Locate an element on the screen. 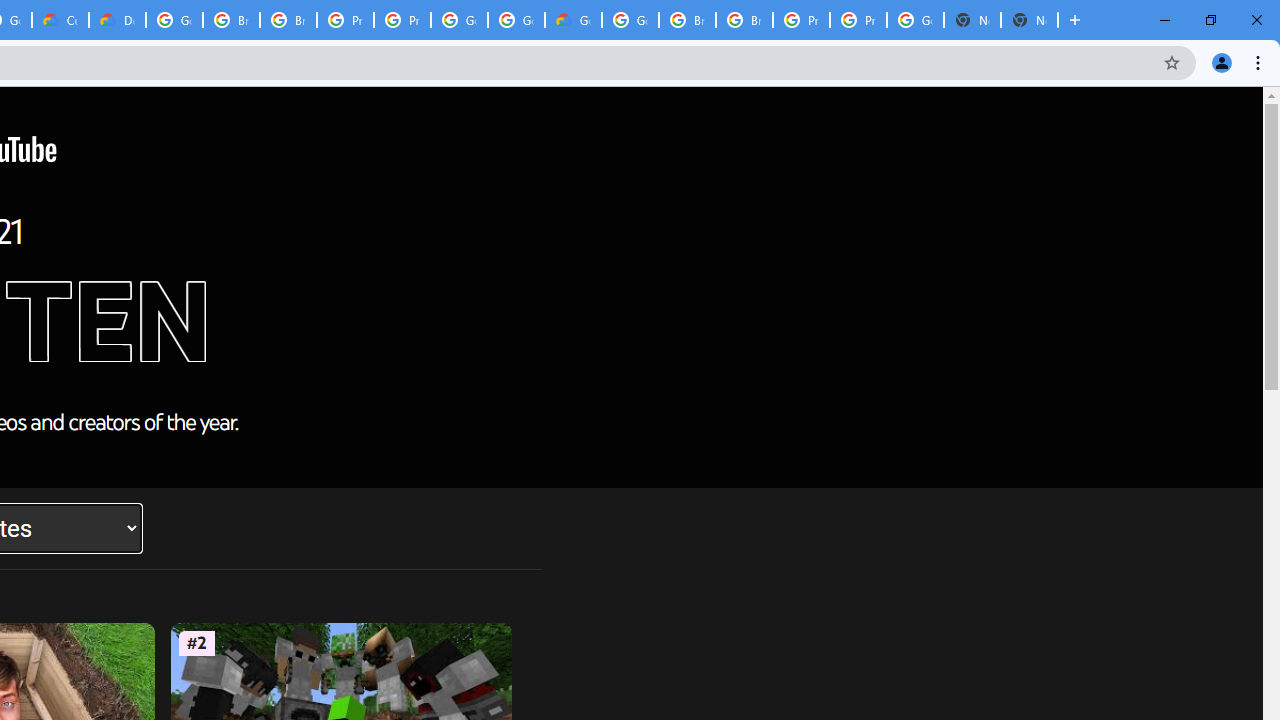 This screenshot has height=720, width=1280. 'Google Cloud Platform' is located at coordinates (458, 20).